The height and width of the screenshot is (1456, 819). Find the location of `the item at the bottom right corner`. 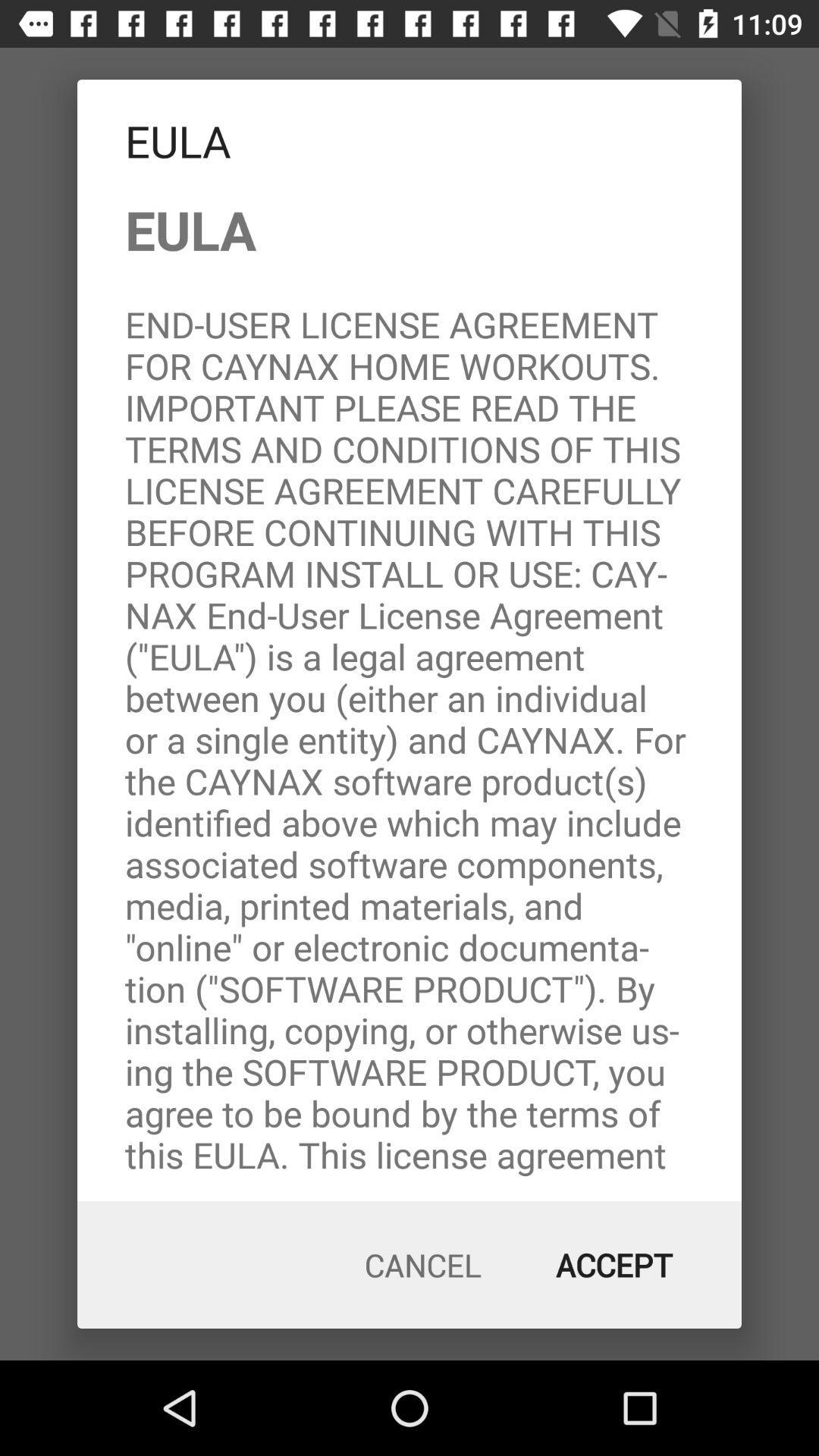

the item at the bottom right corner is located at coordinates (614, 1265).